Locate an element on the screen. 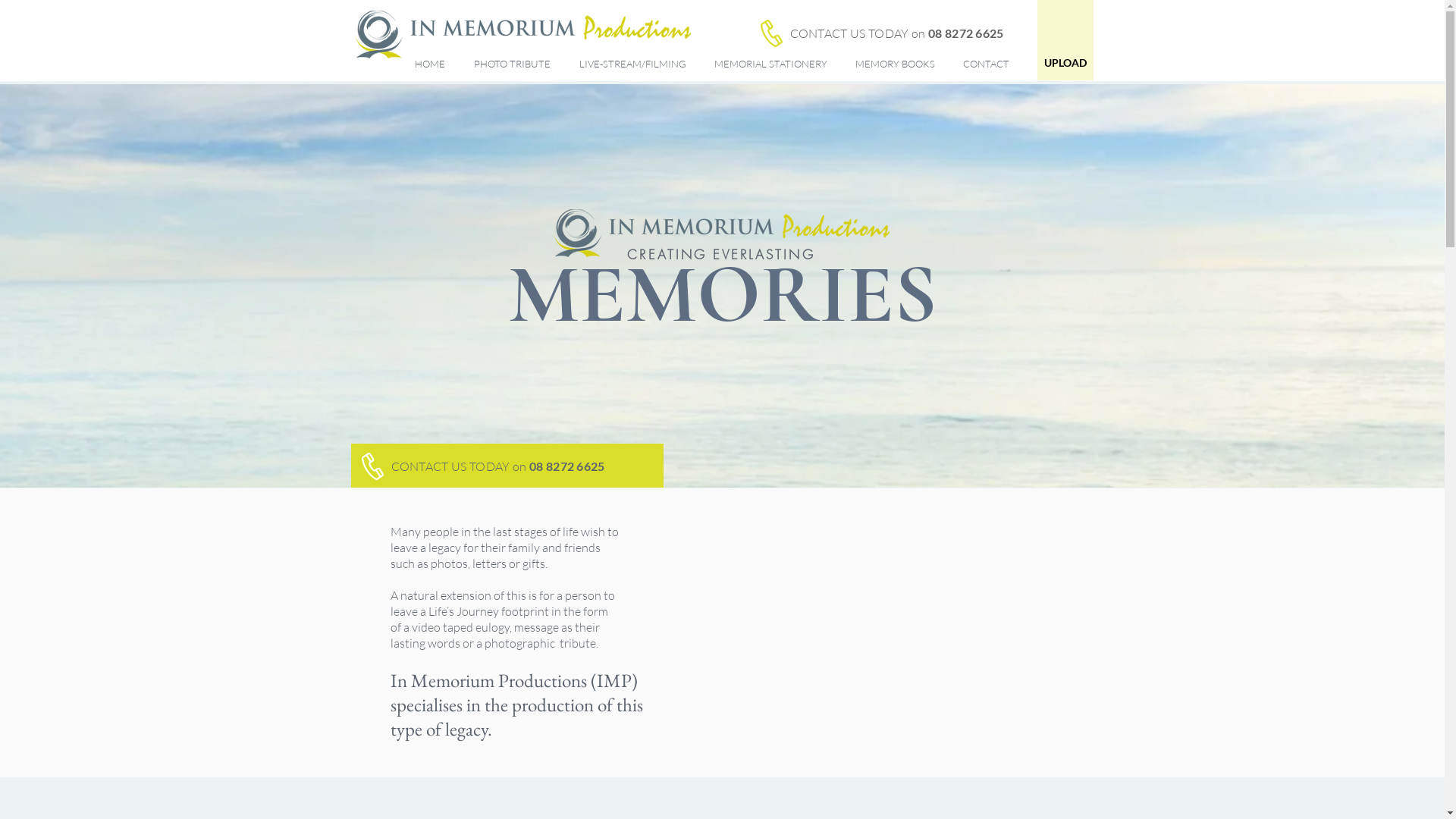  'MEMORIAL STATIONERY' is located at coordinates (772, 63).